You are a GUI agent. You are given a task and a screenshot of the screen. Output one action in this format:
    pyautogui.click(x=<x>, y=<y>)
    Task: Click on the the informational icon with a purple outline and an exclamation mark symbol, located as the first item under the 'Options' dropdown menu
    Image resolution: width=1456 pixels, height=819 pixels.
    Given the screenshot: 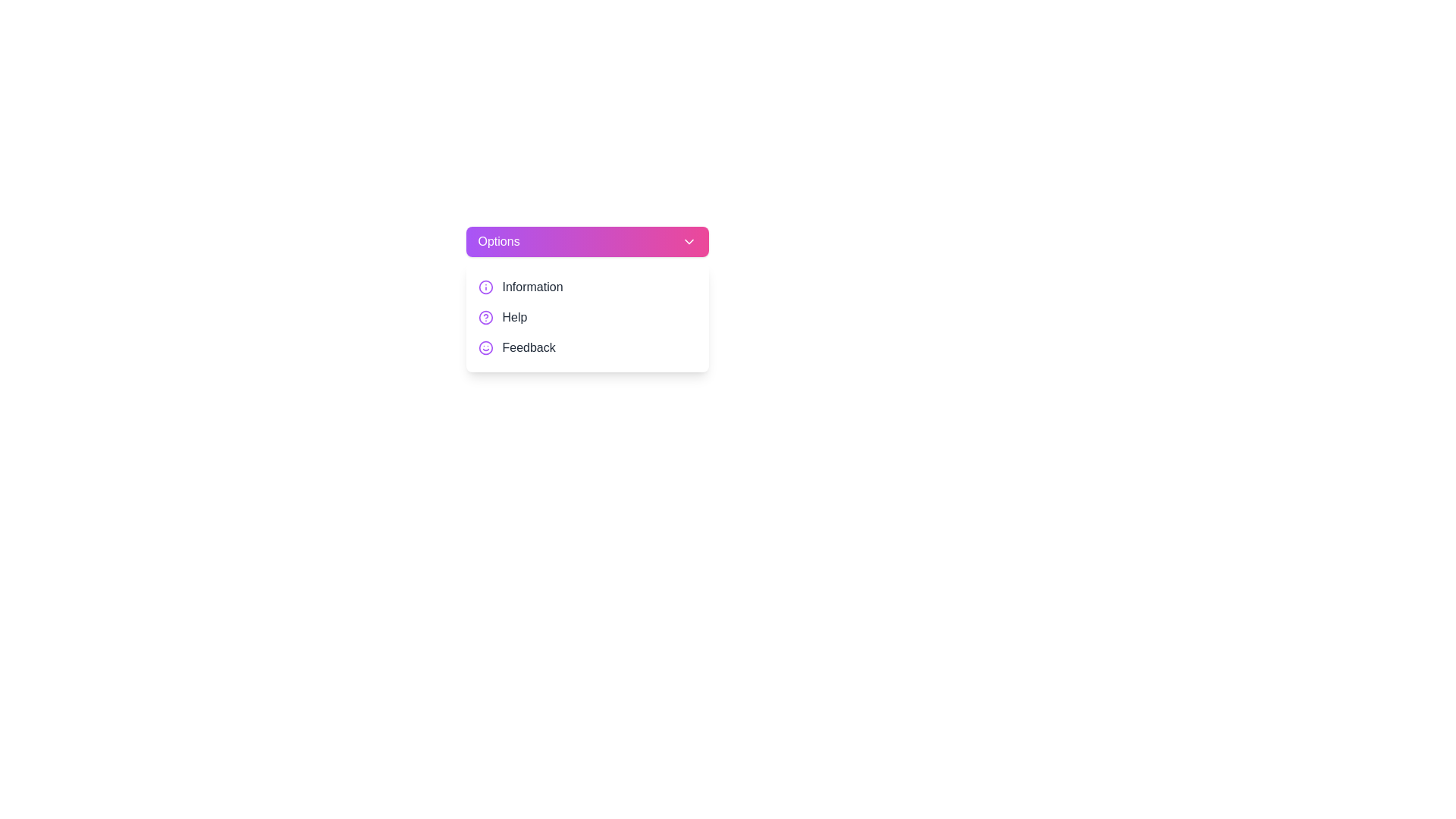 What is the action you would take?
    pyautogui.click(x=485, y=287)
    